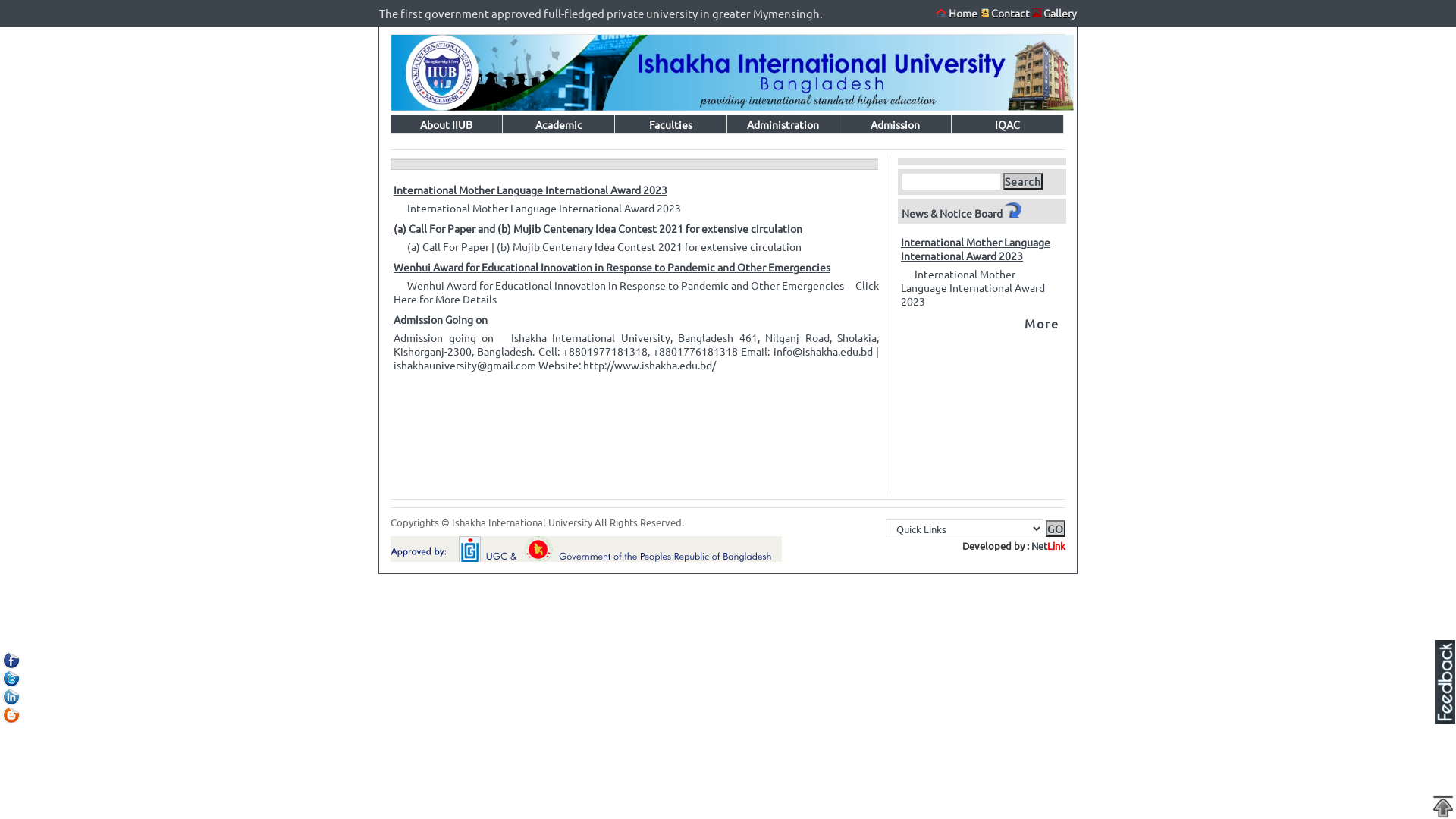  I want to click on 'NetLink', so click(1047, 544).